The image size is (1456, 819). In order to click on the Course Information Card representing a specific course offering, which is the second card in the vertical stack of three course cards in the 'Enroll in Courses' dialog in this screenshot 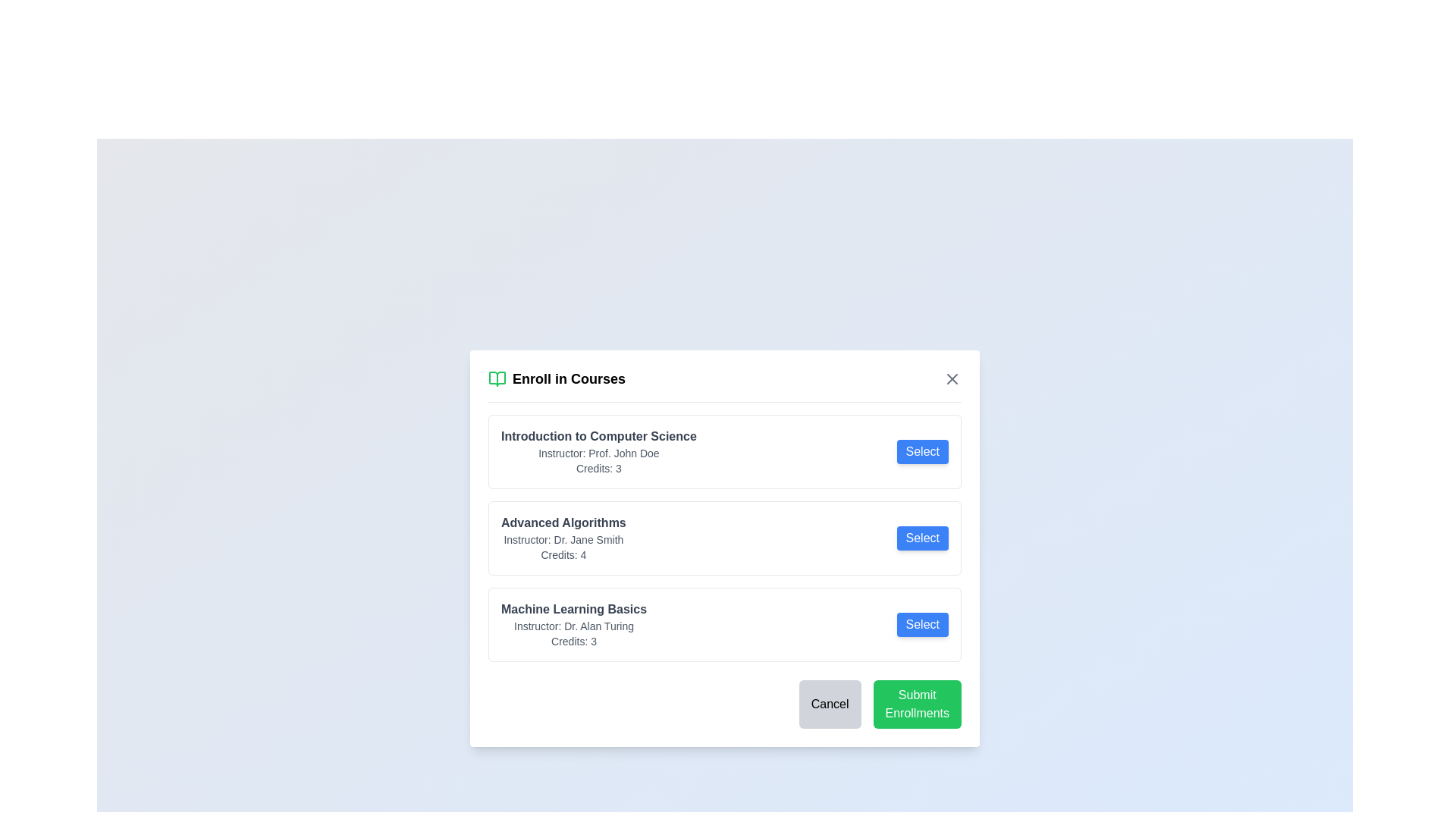, I will do `click(723, 537)`.